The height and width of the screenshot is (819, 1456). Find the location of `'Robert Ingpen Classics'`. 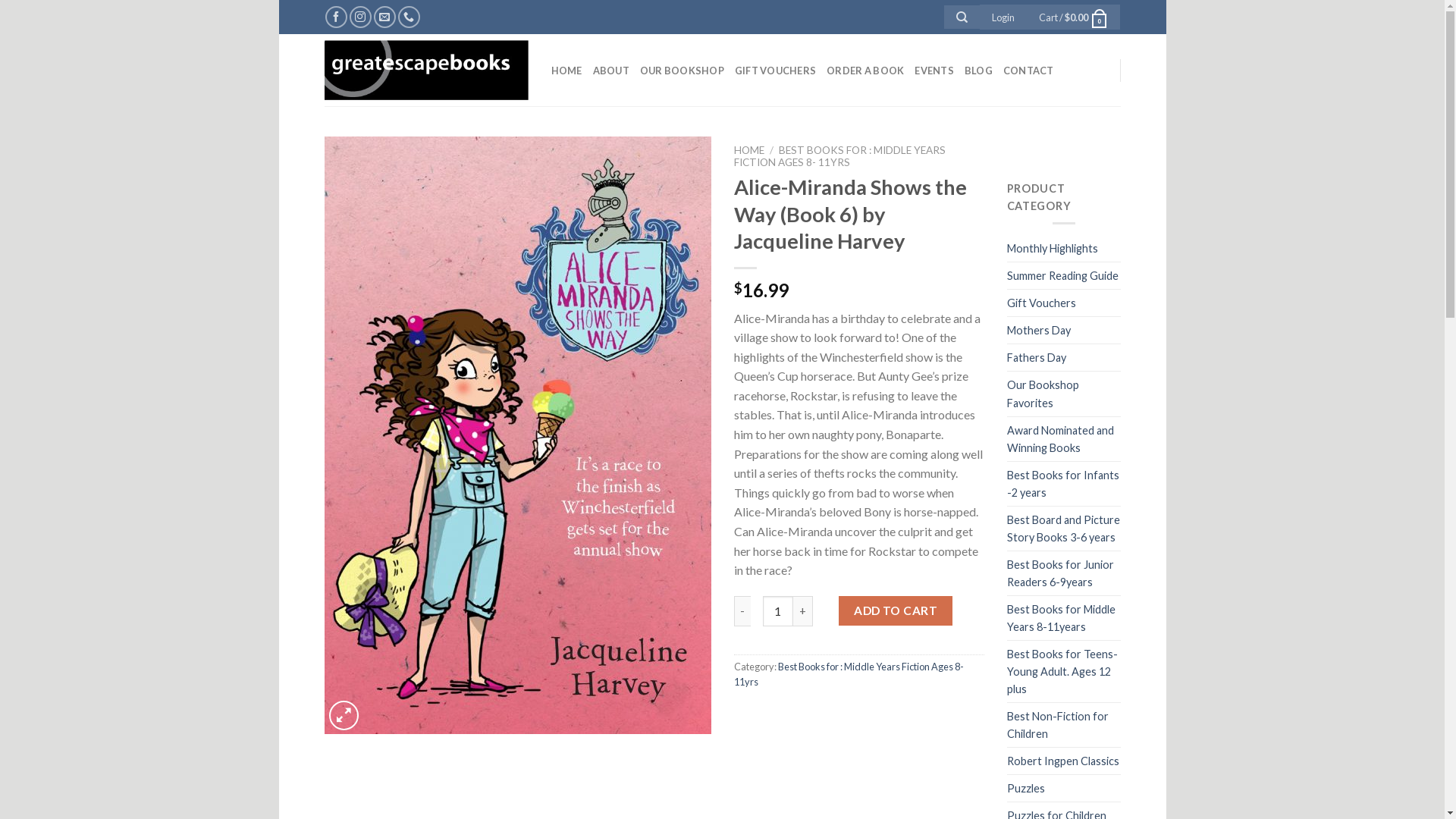

'Robert Ingpen Classics' is located at coordinates (1062, 761).